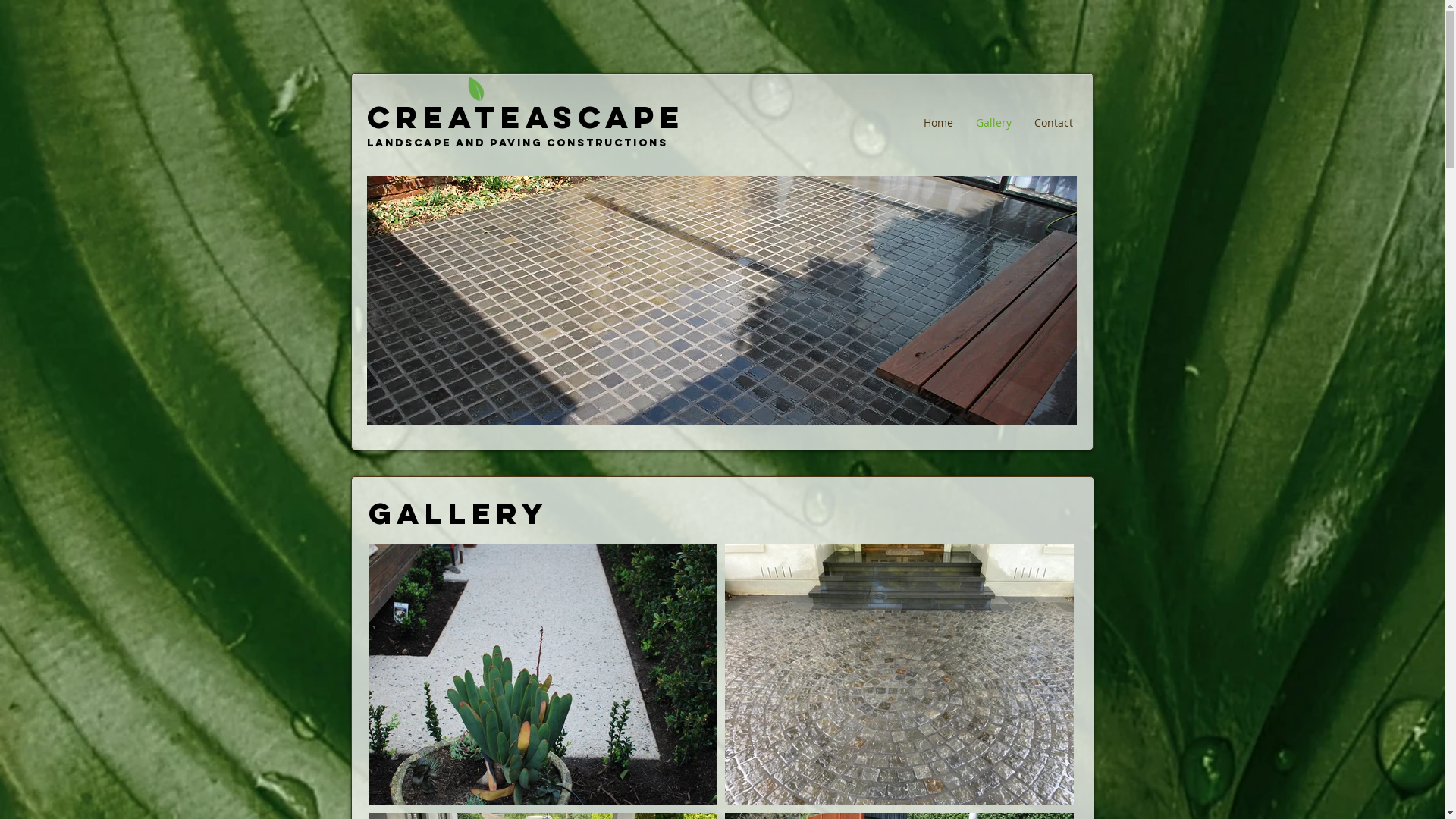 The image size is (1456, 819). Describe the element at coordinates (993, 121) in the screenshot. I see `'Gallery'` at that location.